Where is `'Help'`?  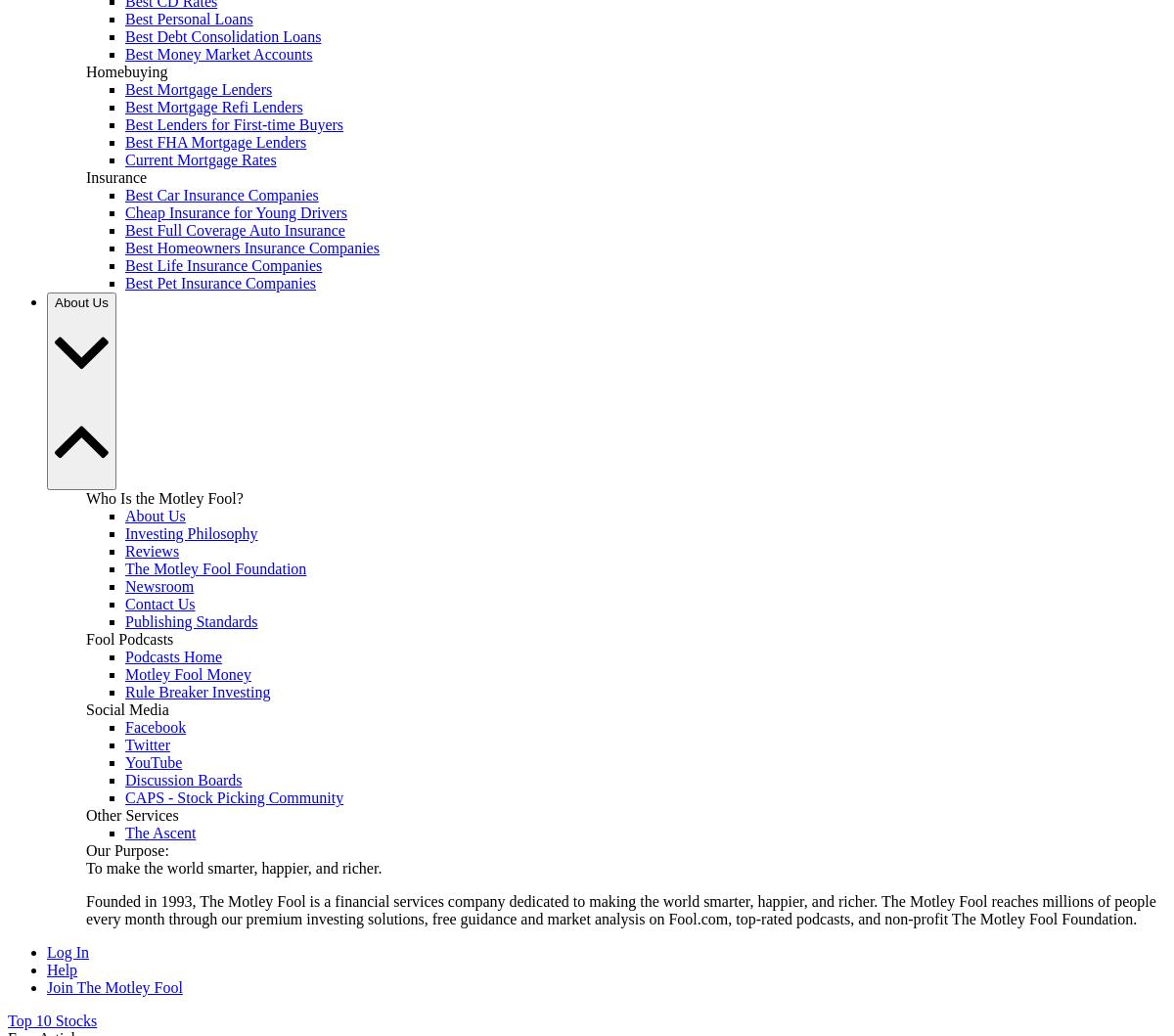
'Help' is located at coordinates (62, 968).